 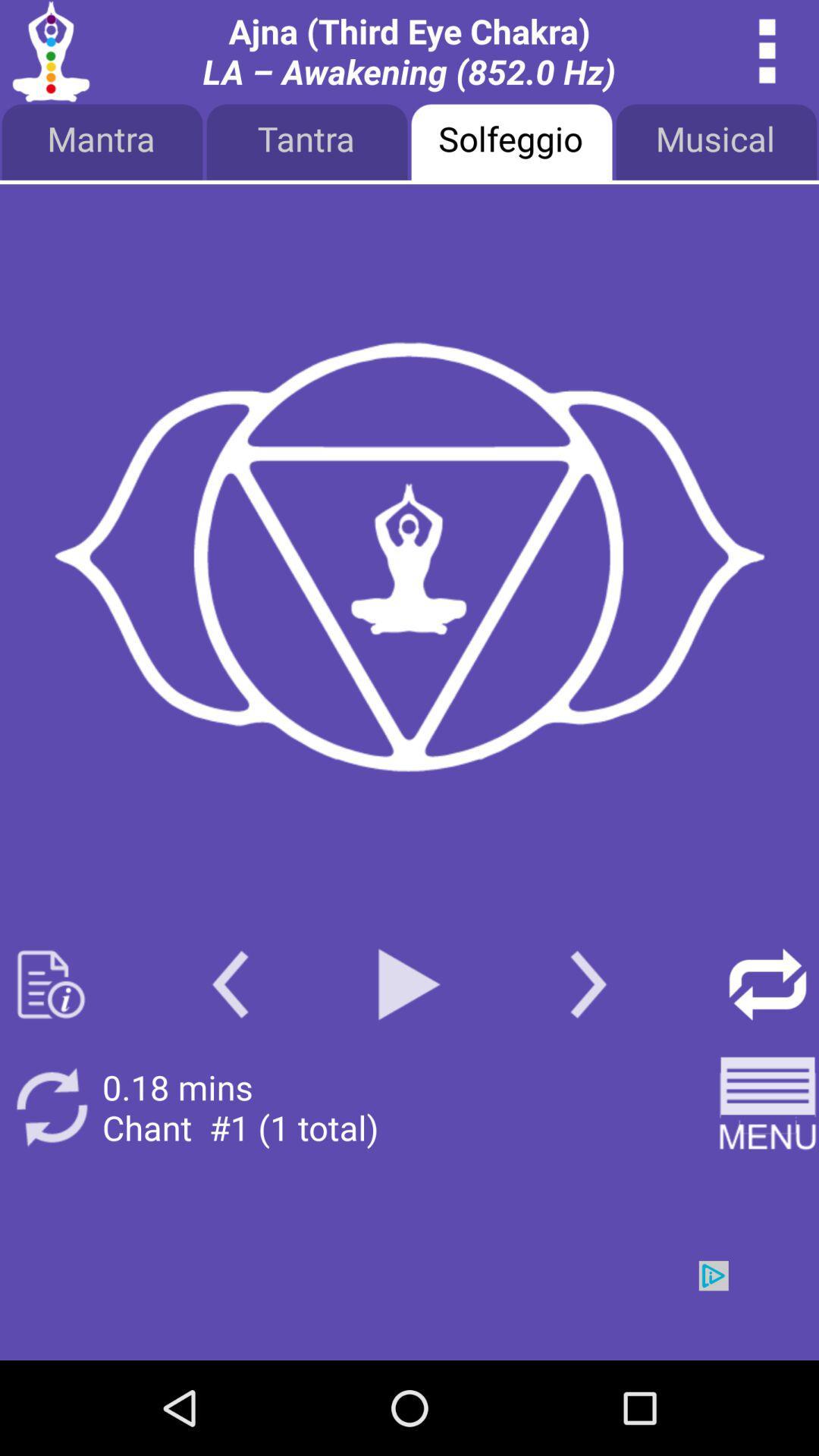 I want to click on the refresh icon, so click(x=50, y=1184).